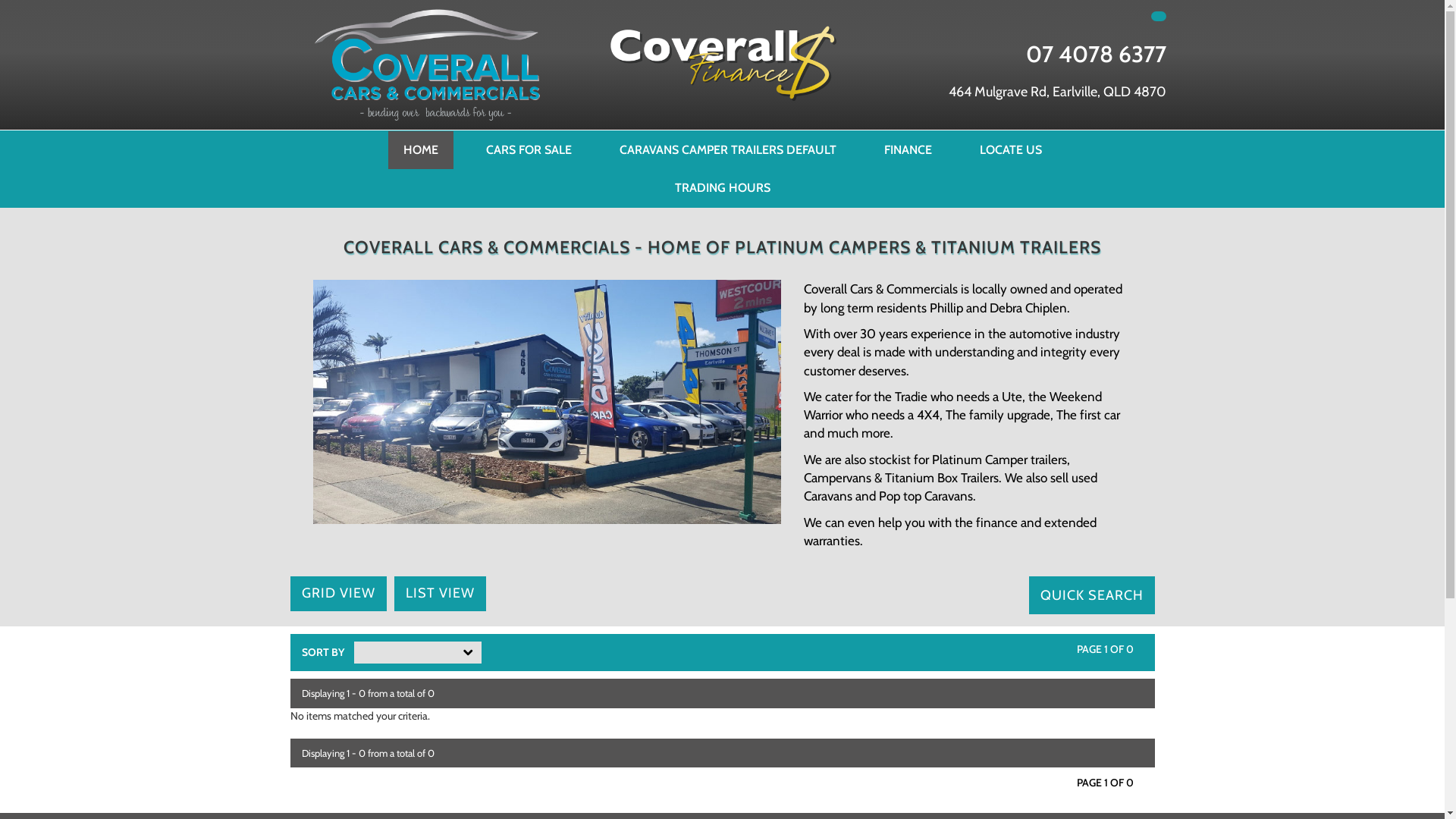  Describe the element at coordinates (722, 187) in the screenshot. I see `'TRADING HOURS'` at that location.